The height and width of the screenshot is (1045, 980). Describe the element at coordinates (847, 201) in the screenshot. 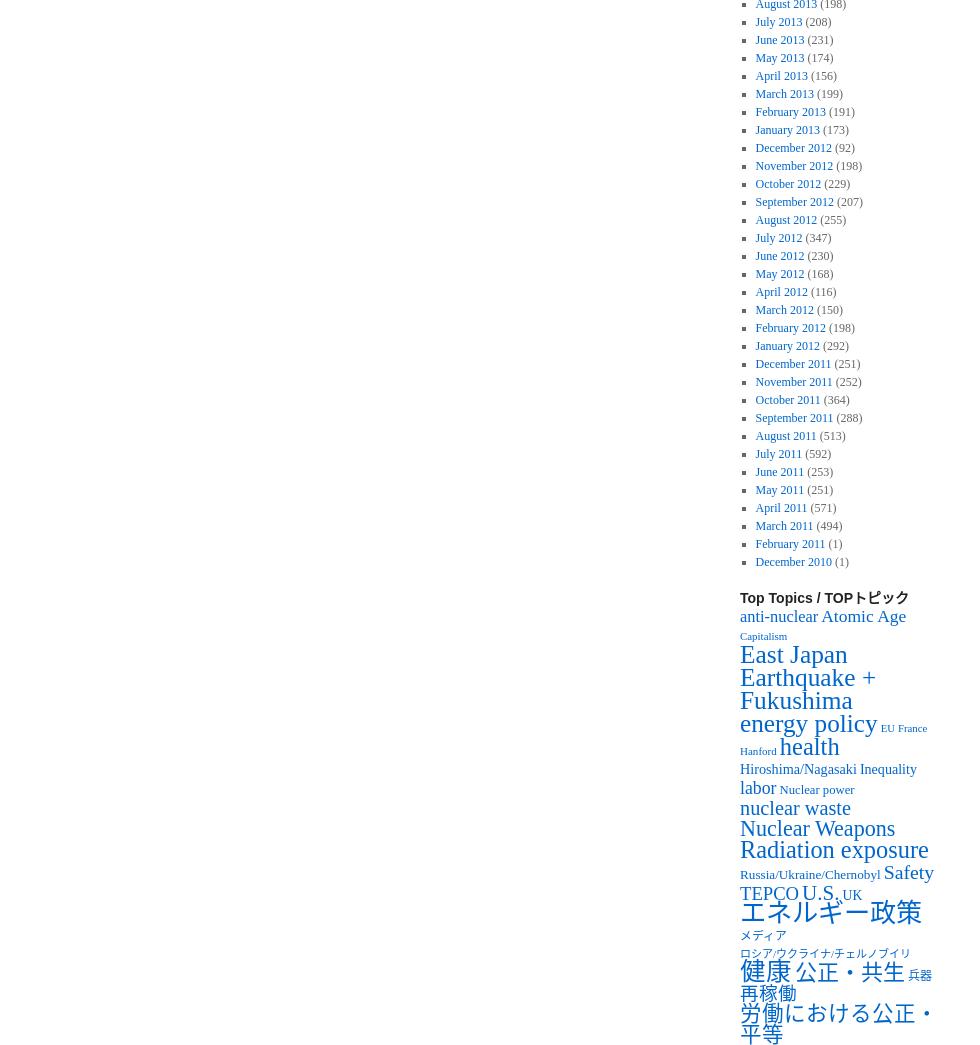

I see `'(207)'` at that location.